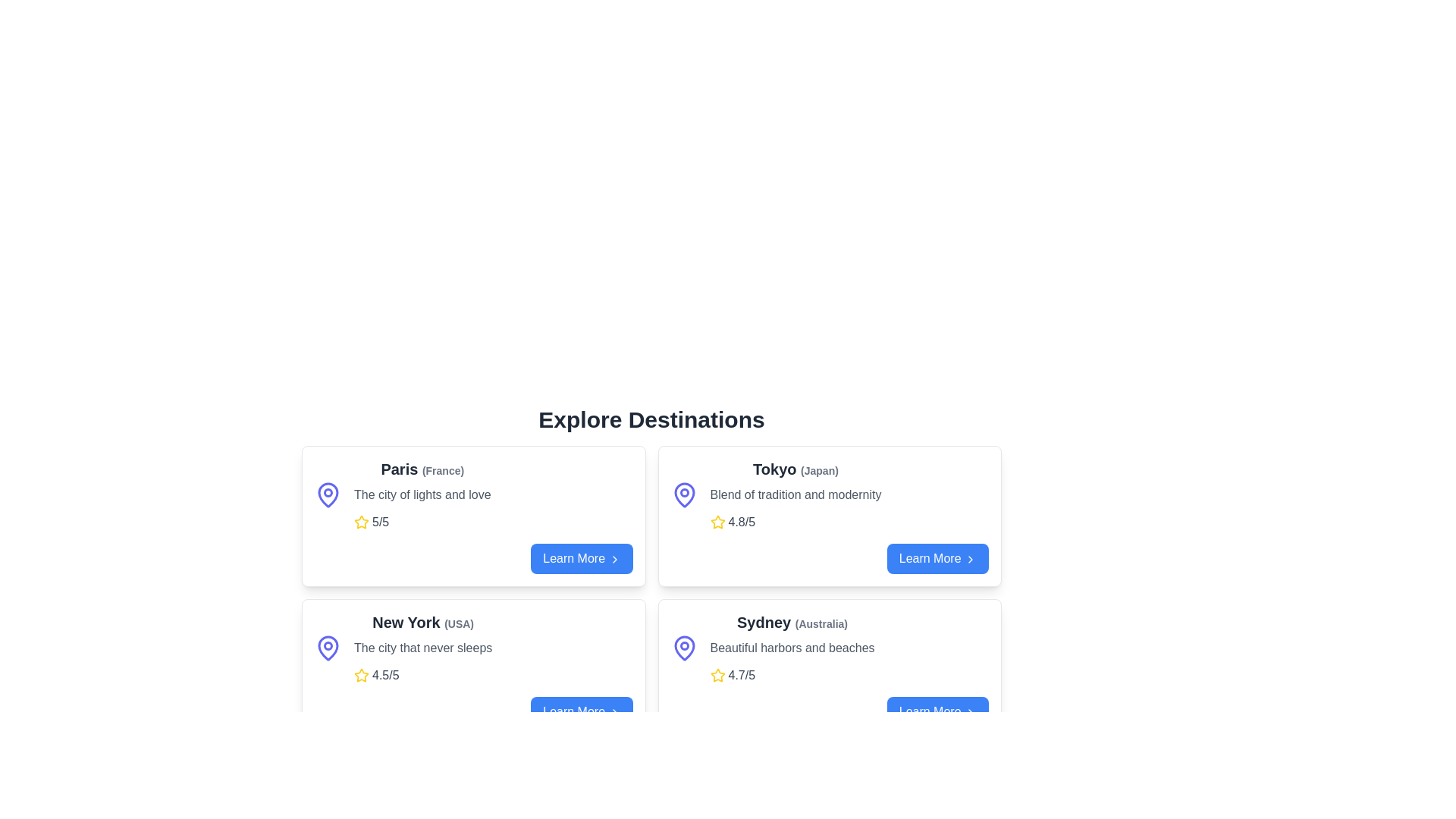 This screenshot has height=819, width=1456. Describe the element at coordinates (821, 623) in the screenshot. I see `the static text label providing contextual information about the location 'Sydney', which is part of the text block 'Sydney (Australia)' in the lower right card of the grid layout` at that location.